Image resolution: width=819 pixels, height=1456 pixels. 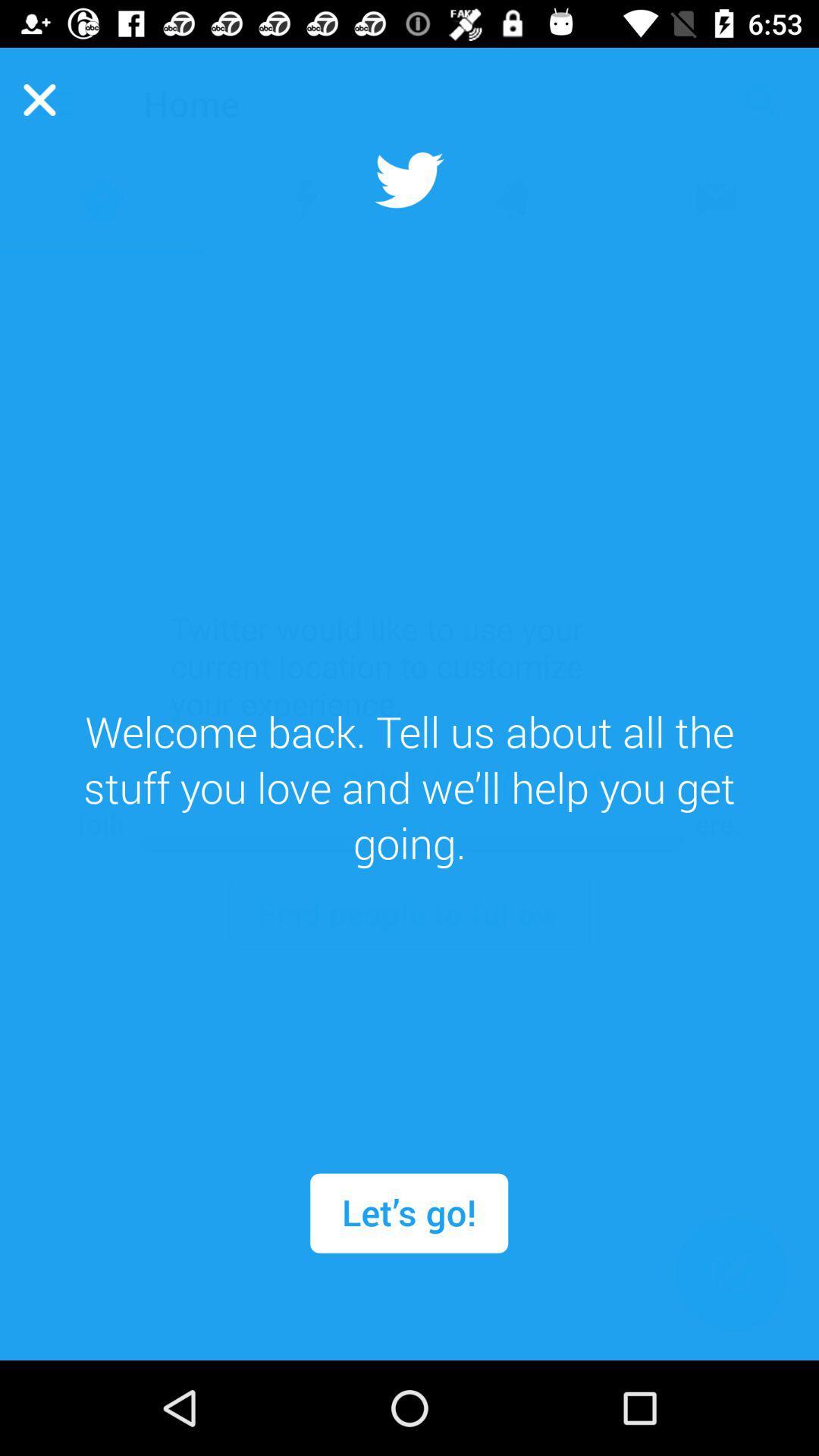 What do you see at coordinates (408, 1213) in the screenshot?
I see `item below the welcome back tell item` at bounding box center [408, 1213].